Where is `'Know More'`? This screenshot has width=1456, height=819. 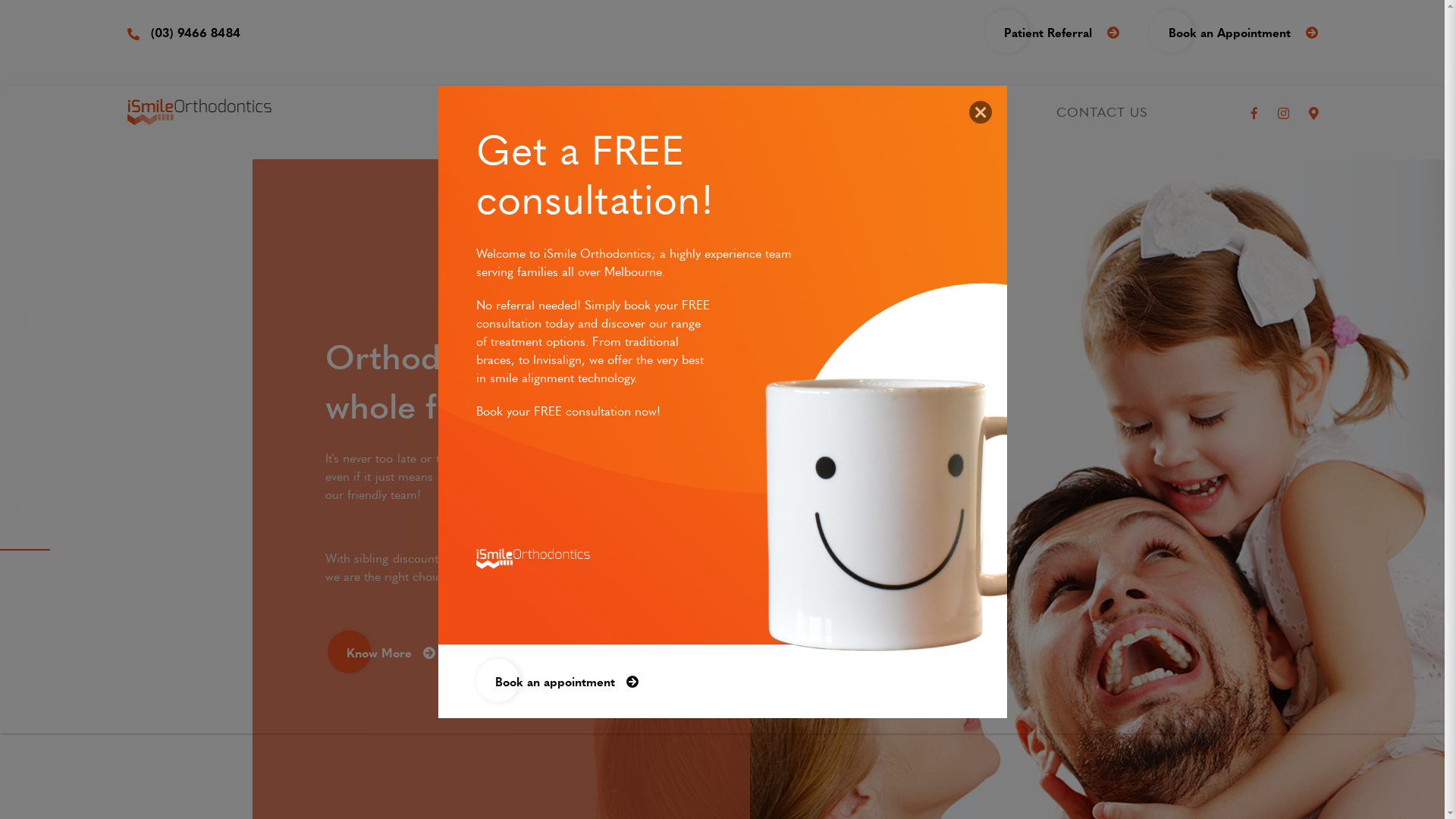 'Know More' is located at coordinates (390, 636).